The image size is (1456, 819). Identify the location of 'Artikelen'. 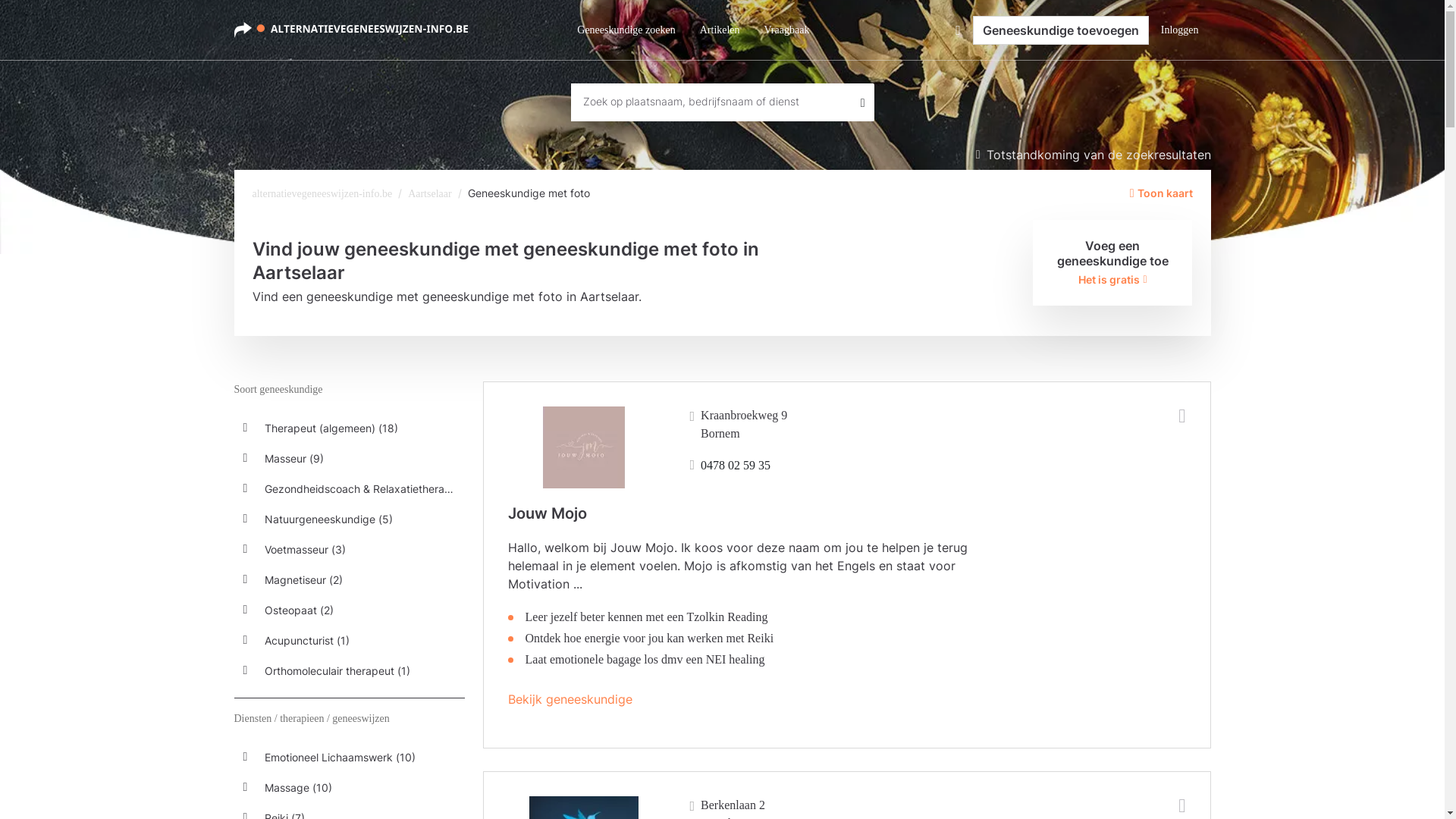
(719, 30).